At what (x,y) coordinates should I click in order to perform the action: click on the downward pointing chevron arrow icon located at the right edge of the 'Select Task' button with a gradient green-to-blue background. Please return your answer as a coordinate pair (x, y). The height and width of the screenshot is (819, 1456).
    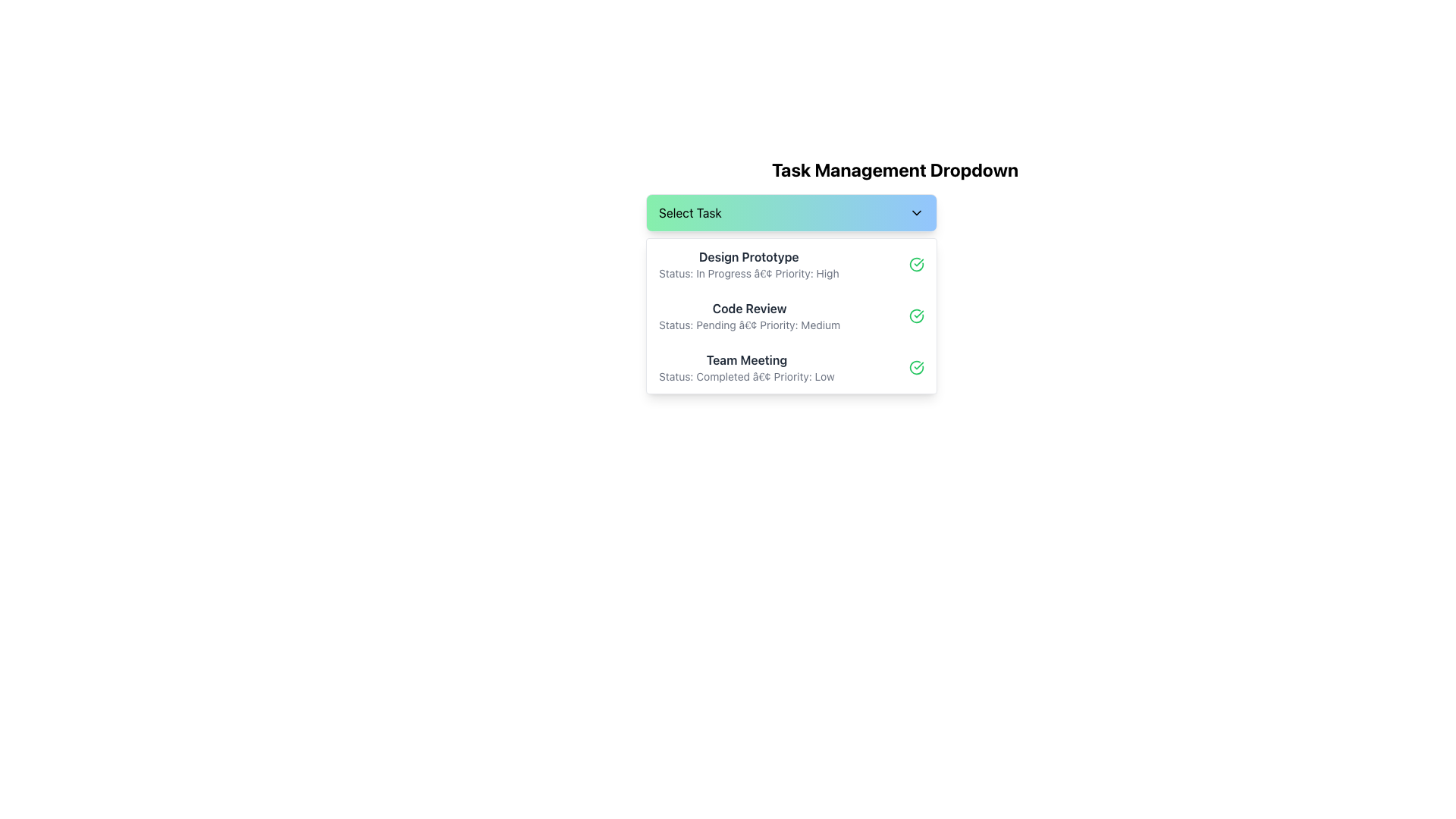
    Looking at the image, I should click on (916, 213).